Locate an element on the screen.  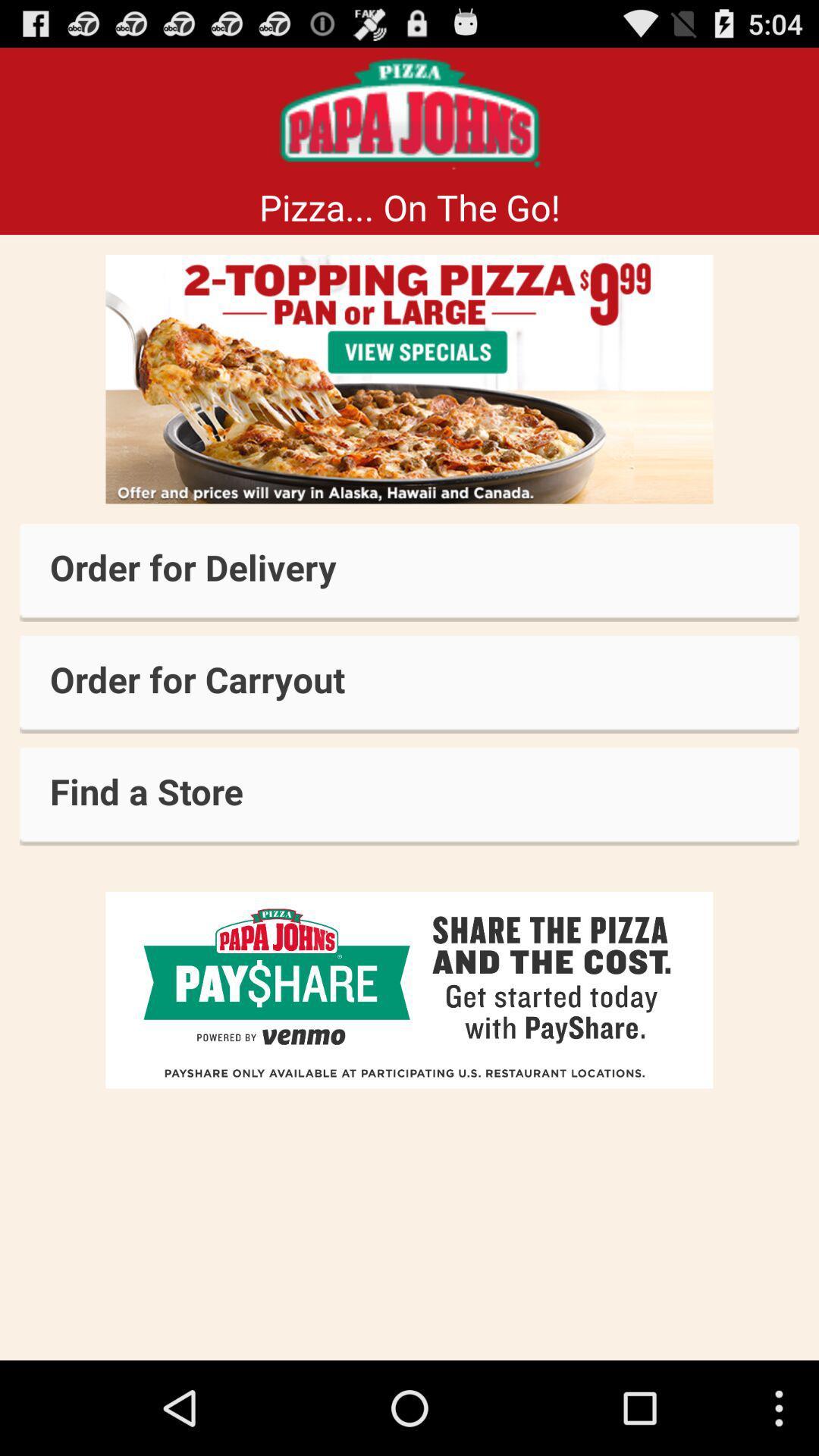
the item above order for delivery item is located at coordinates (409, 379).